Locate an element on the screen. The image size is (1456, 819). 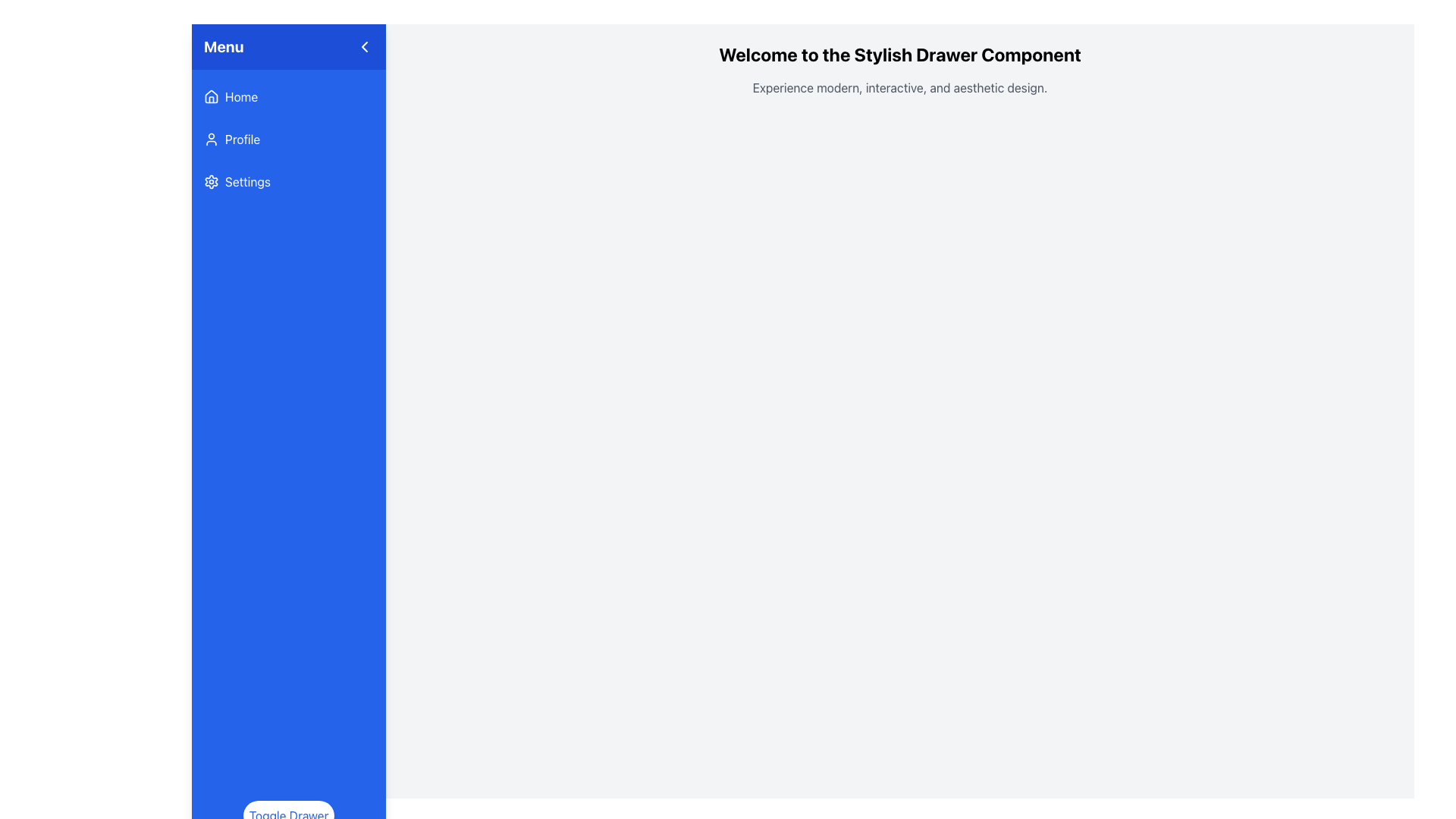
the 'Settings' button, which is the third item in the vertical menu list is located at coordinates (288, 180).